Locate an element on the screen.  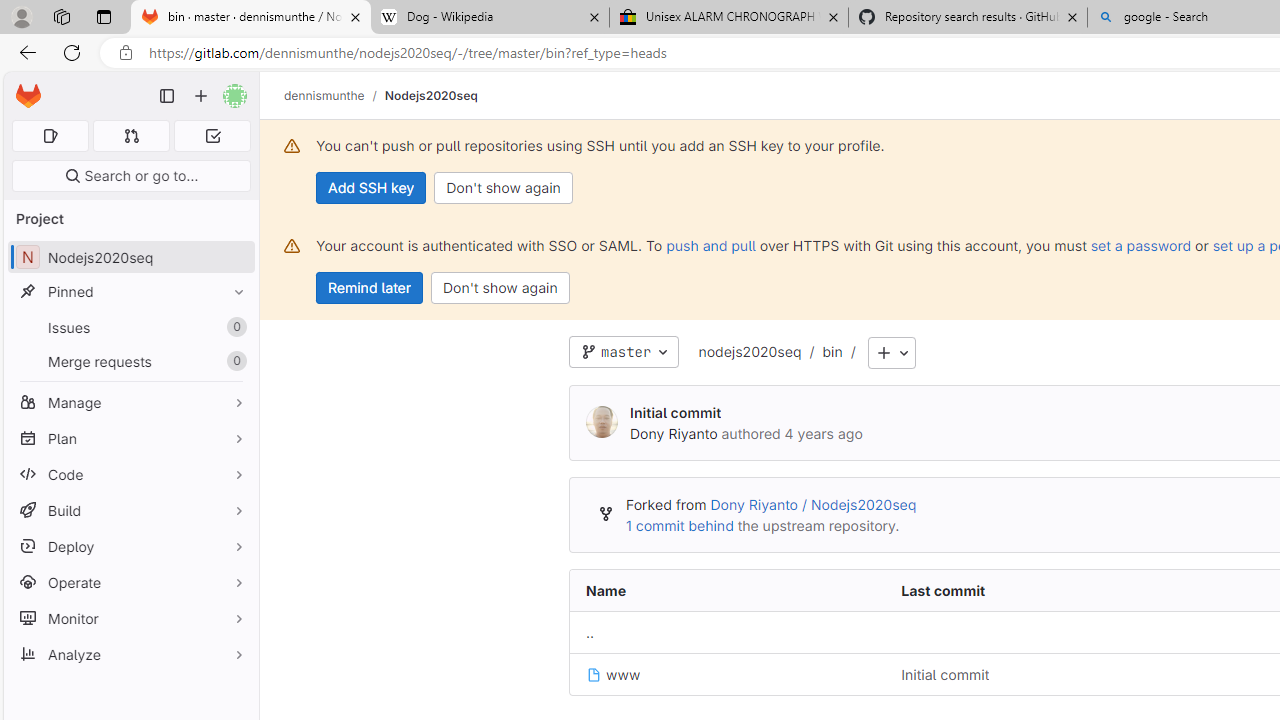
'Initial commit' is located at coordinates (944, 675).